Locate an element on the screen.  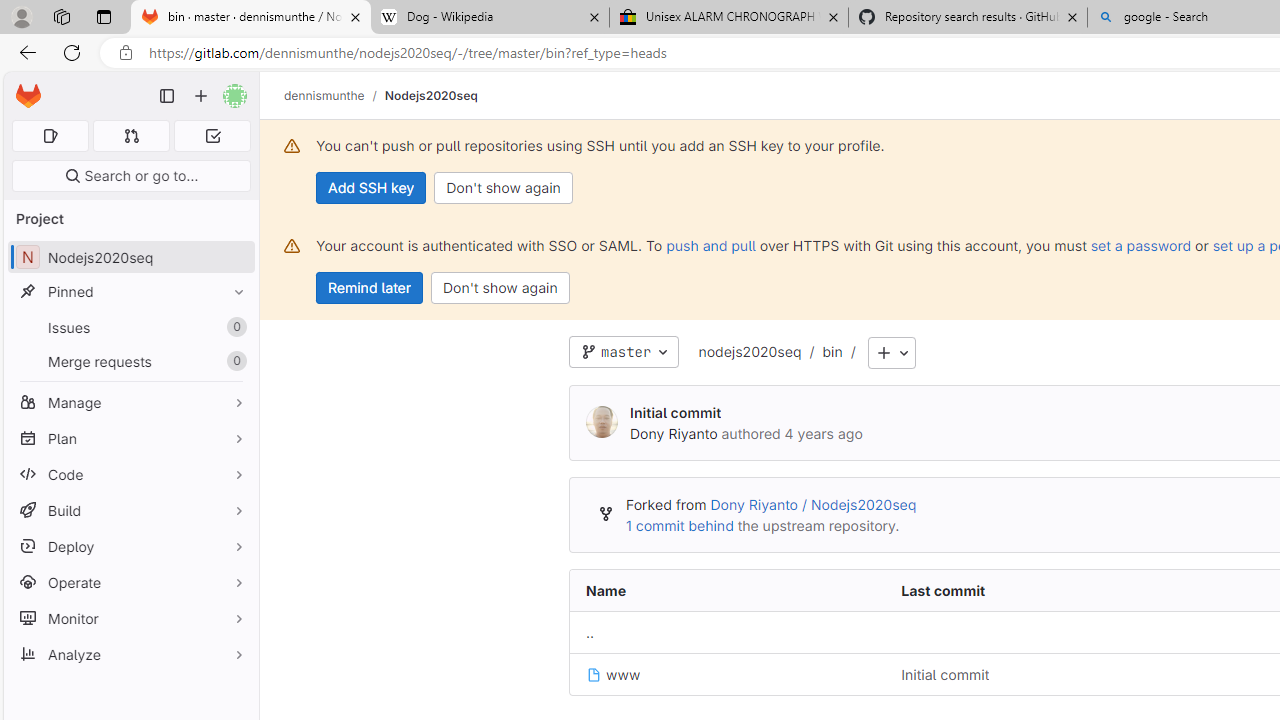
'Initial commit' is located at coordinates (944, 675).